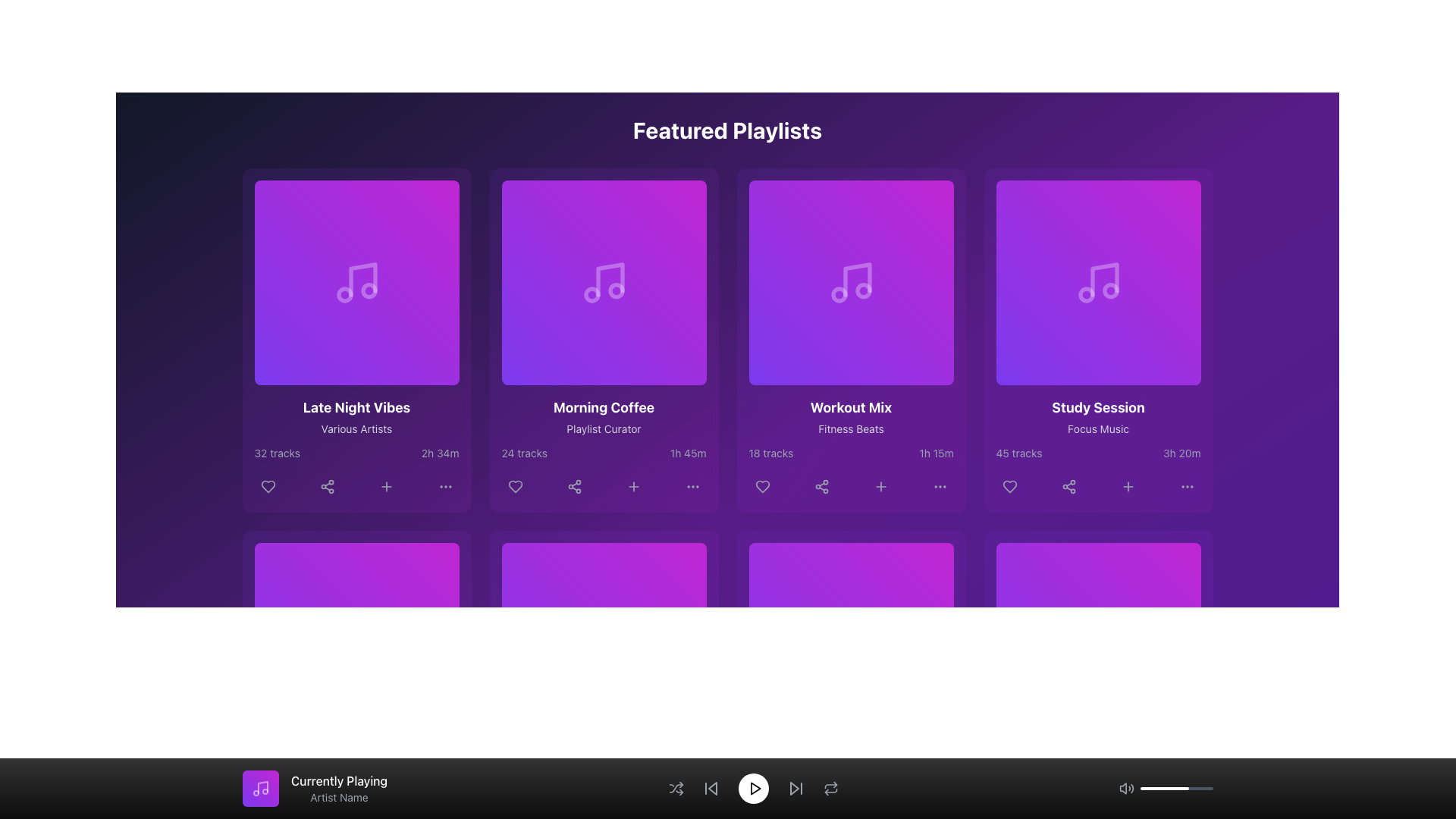 The image size is (1456, 819). Describe the element at coordinates (1128, 486) in the screenshot. I see `the plus icon button located at the bottom of the 'Study Session' playlist card` at that location.